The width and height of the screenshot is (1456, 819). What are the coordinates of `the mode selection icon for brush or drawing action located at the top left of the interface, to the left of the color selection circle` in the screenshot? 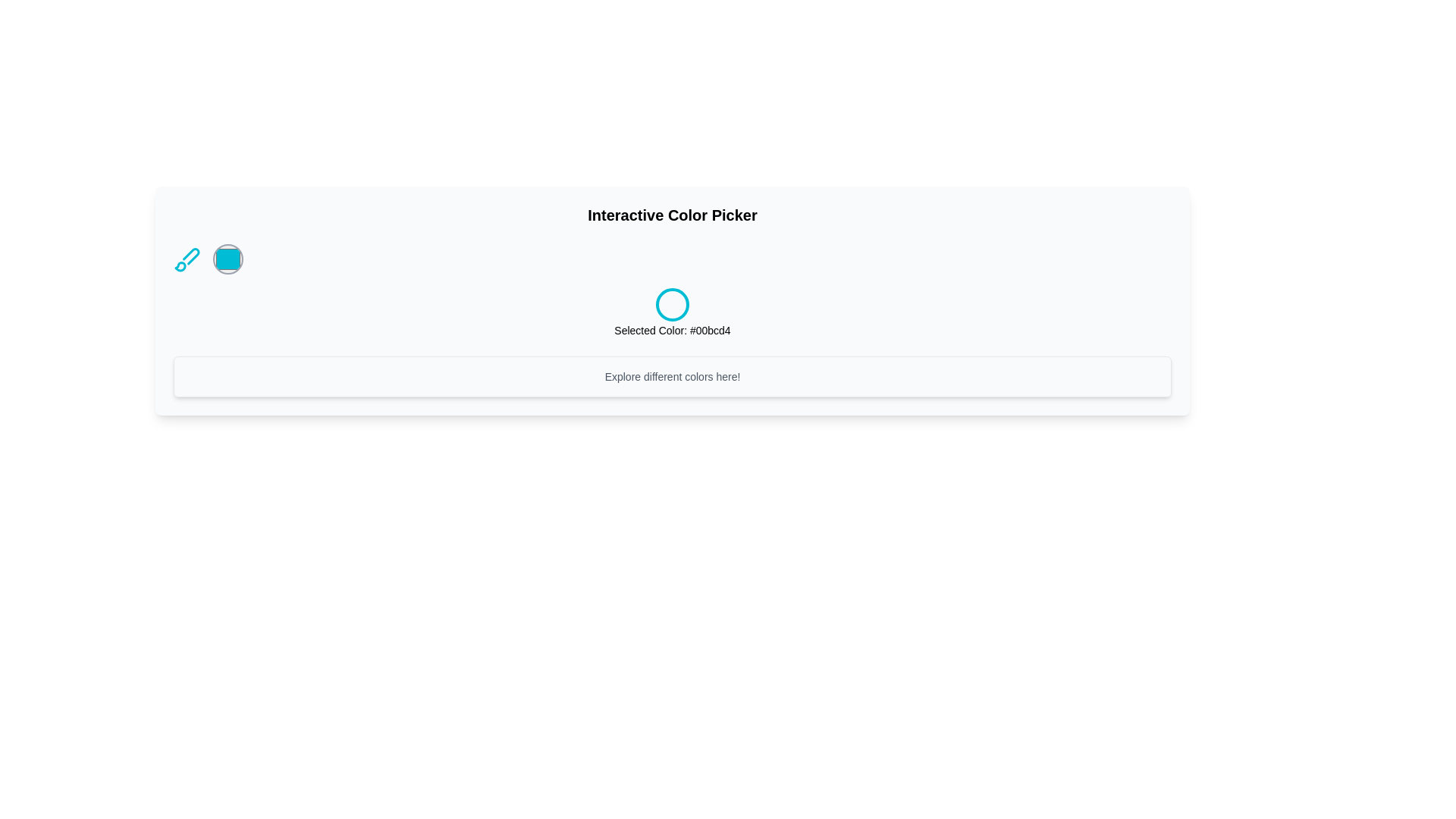 It's located at (186, 259).